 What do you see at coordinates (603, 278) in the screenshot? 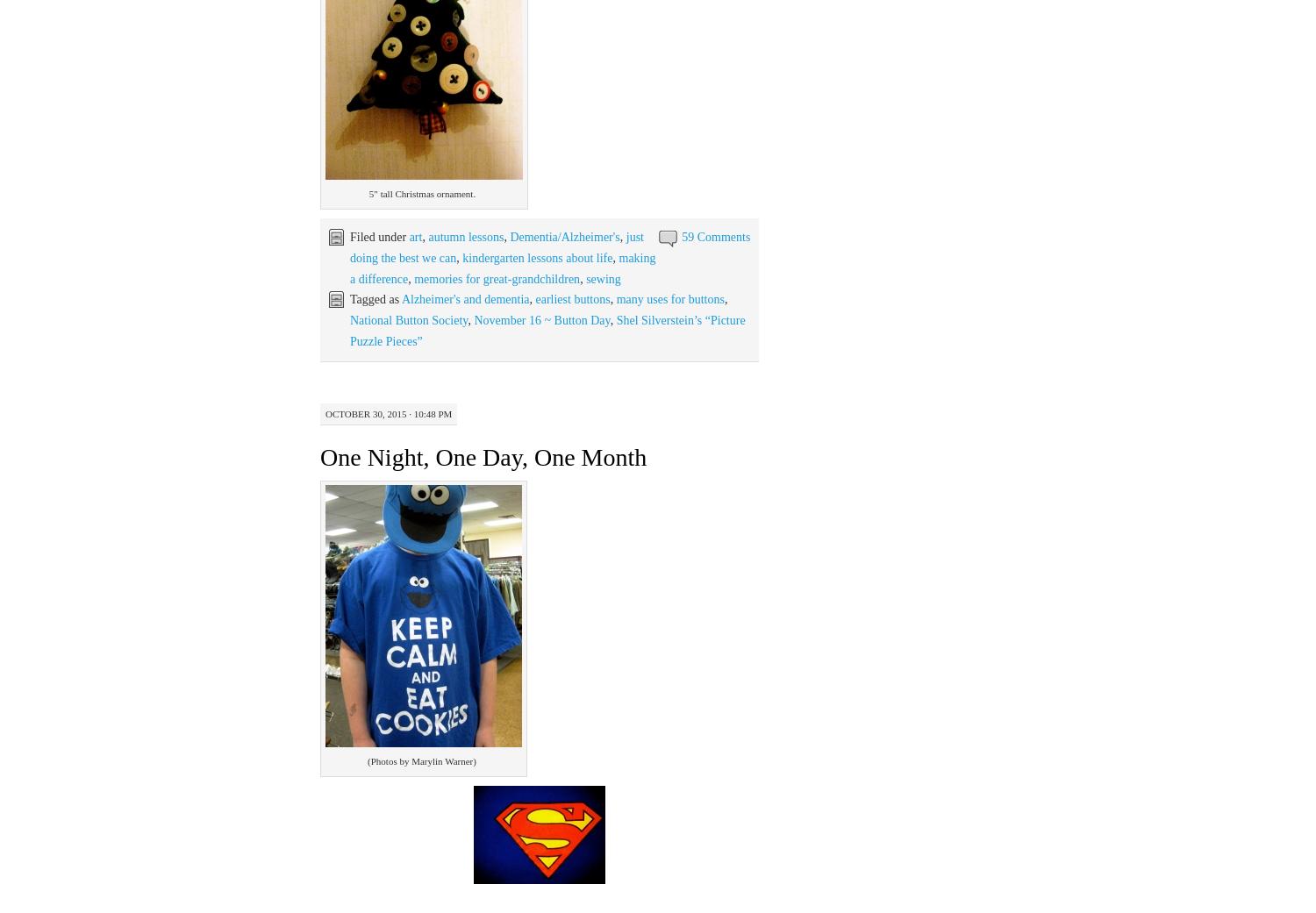
I see `'sewing'` at bounding box center [603, 278].